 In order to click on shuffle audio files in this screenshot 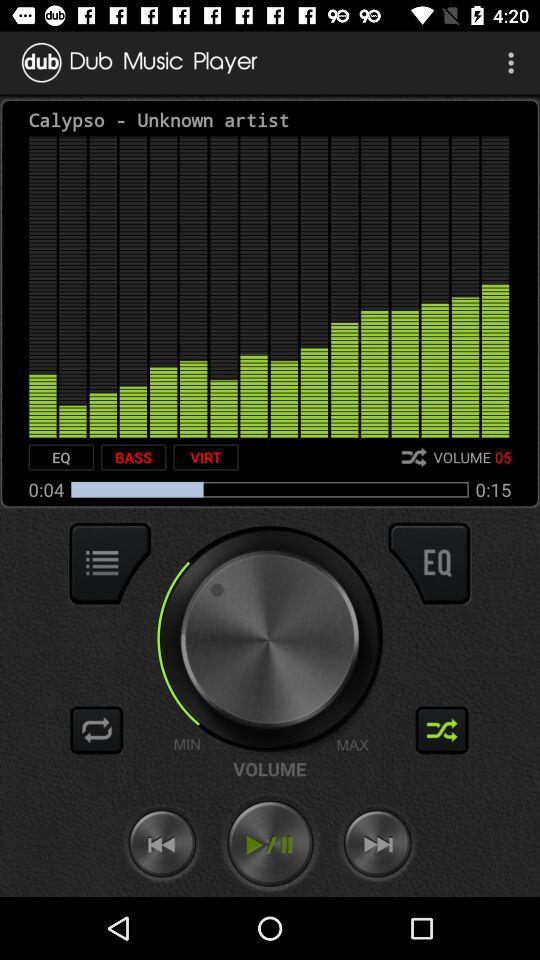, I will do `click(442, 729)`.